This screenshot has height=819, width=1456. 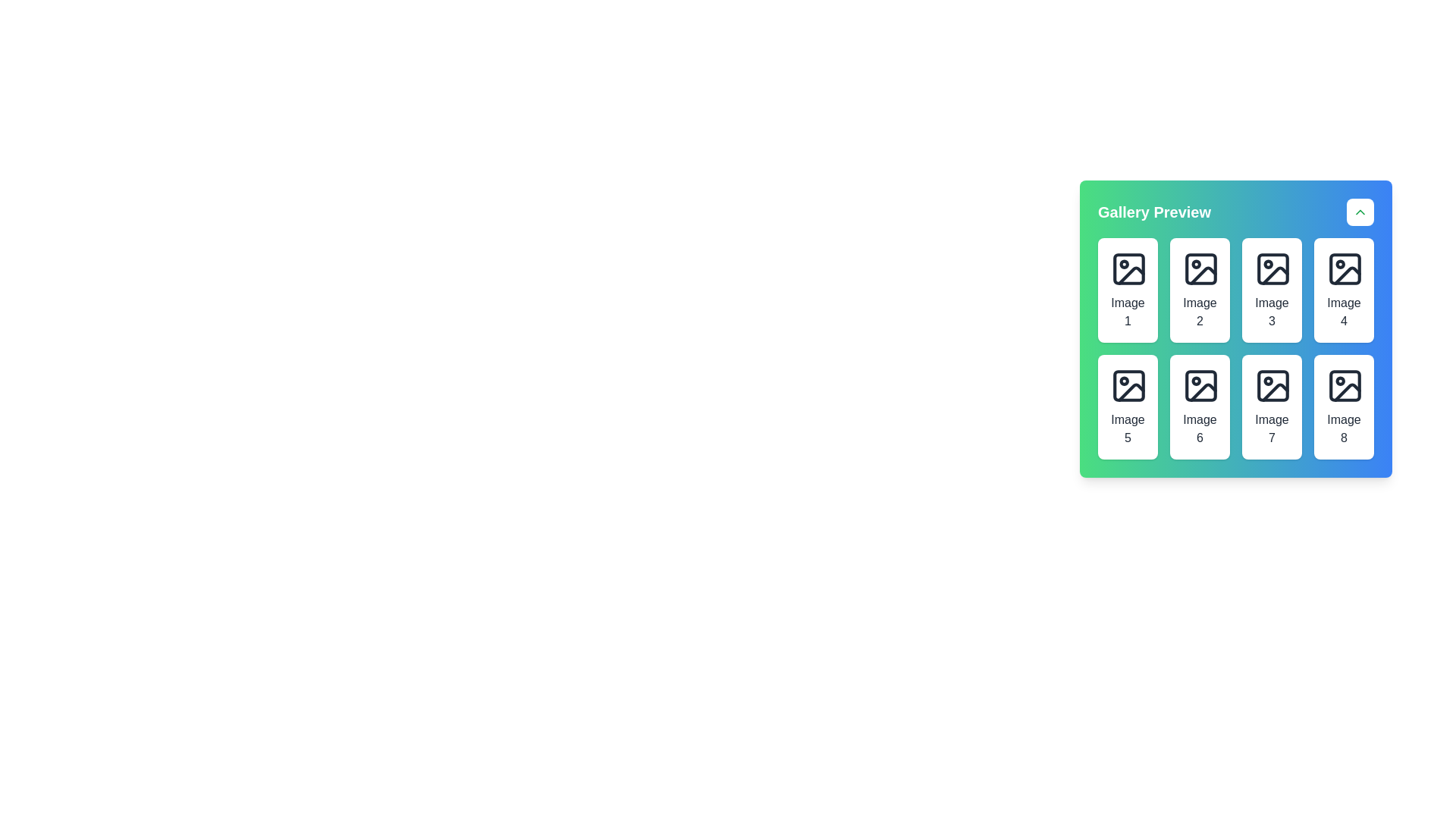 What do you see at coordinates (1131, 275) in the screenshot?
I see `the icon representing an image placeholder located within the first image thumbnail of the gallery preview panel` at bounding box center [1131, 275].